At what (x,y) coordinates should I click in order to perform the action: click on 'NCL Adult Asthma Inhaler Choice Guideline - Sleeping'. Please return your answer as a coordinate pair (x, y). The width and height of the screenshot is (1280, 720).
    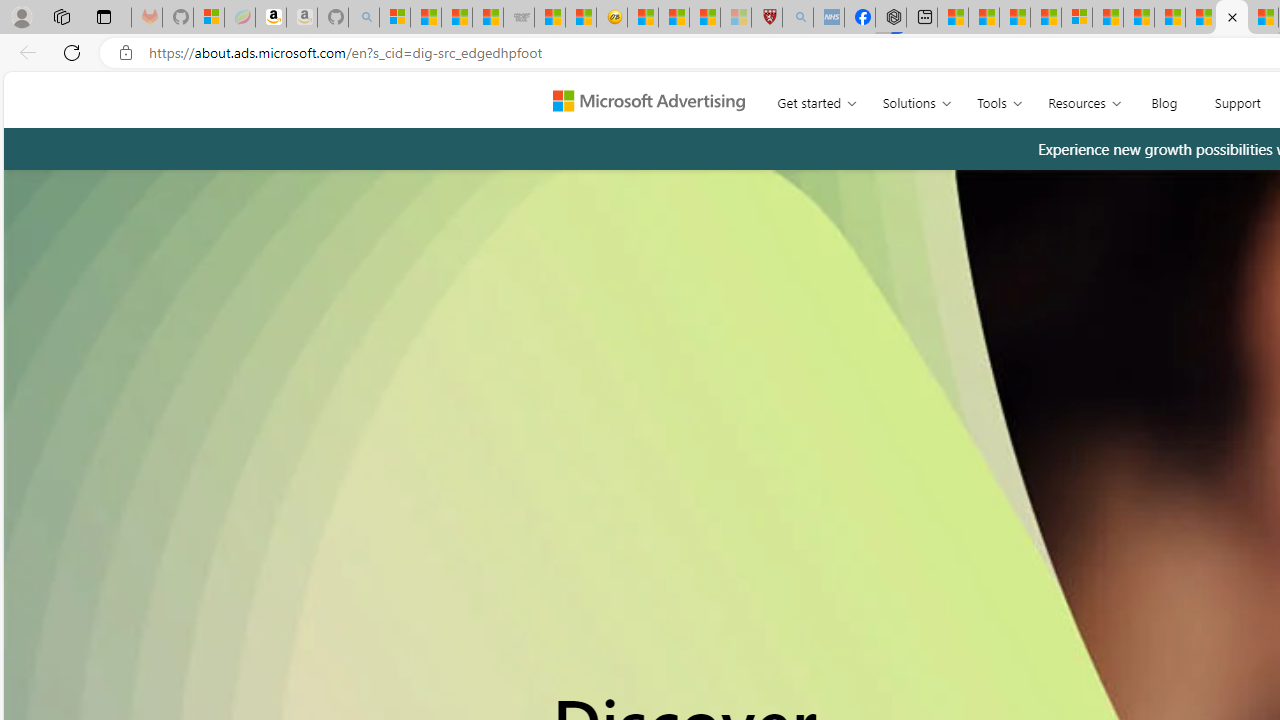
    Looking at the image, I should click on (828, 17).